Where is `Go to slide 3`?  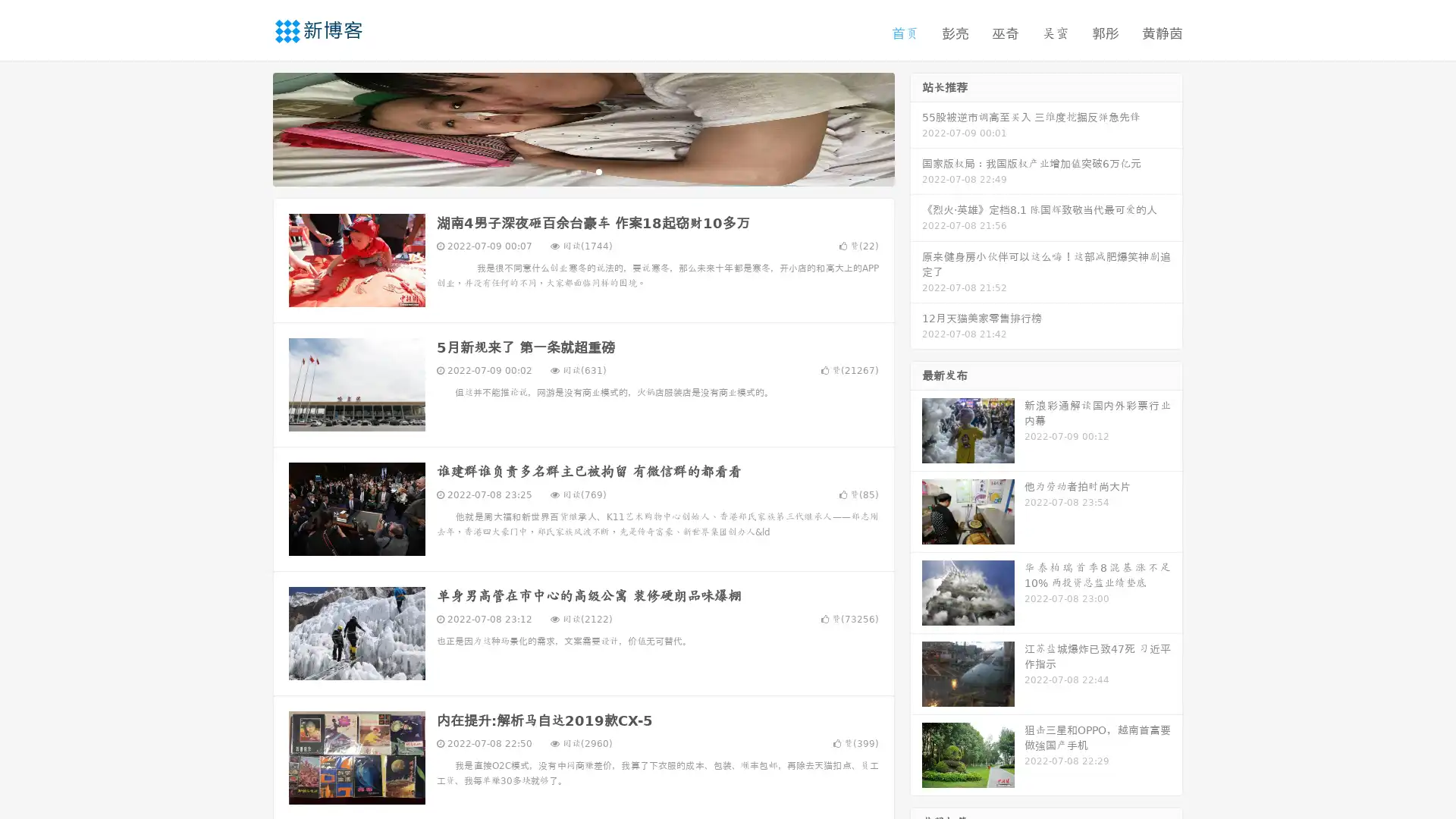 Go to slide 3 is located at coordinates (598, 171).